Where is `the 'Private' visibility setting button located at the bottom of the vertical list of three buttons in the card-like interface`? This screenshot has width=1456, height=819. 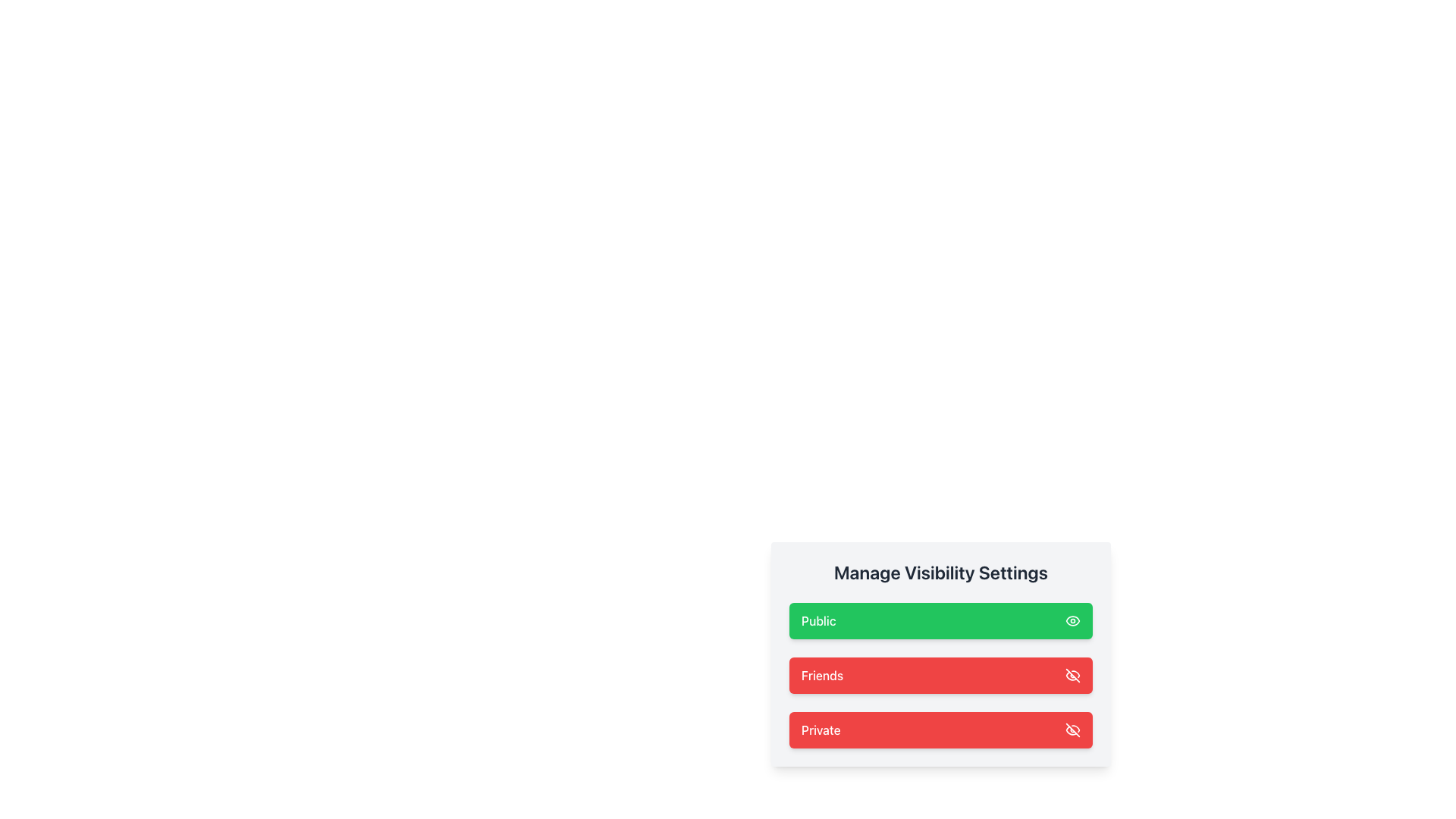
the 'Private' visibility setting button located at the bottom of the vertical list of three buttons in the card-like interface is located at coordinates (940, 730).